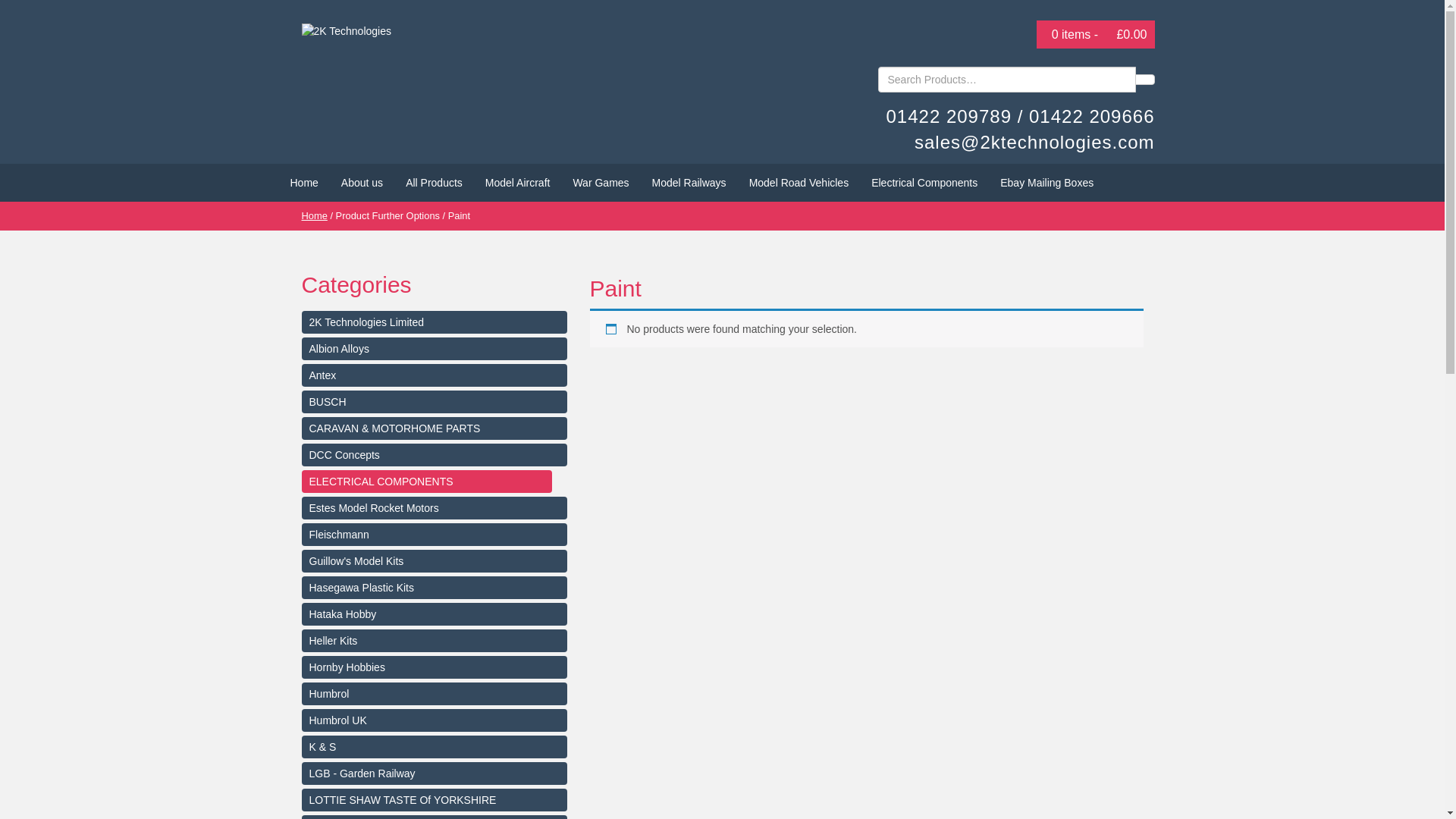 This screenshot has width=1456, height=819. What do you see at coordinates (517, 181) in the screenshot?
I see `'Model Aircraft'` at bounding box center [517, 181].